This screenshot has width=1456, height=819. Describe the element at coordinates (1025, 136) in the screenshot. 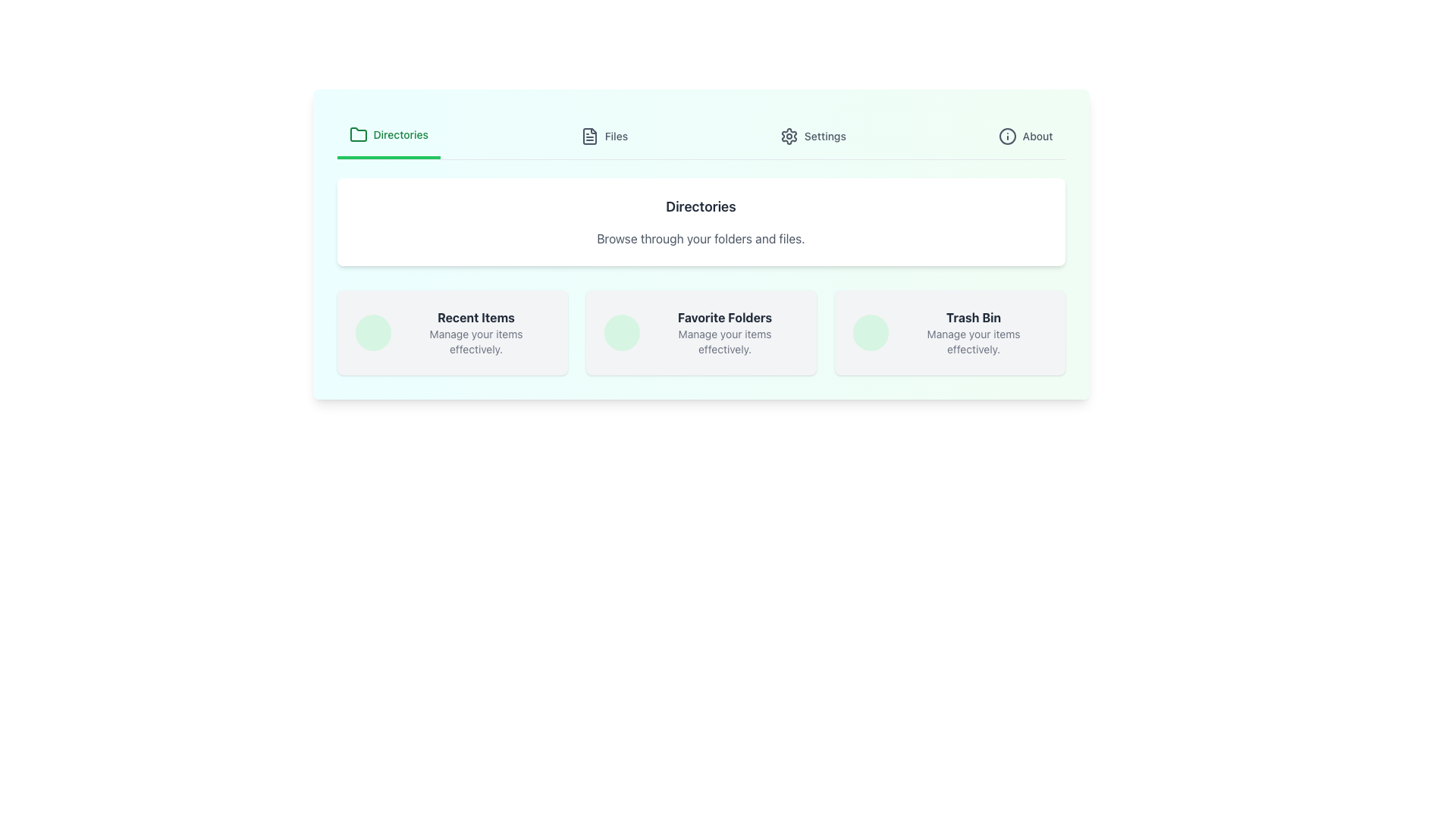

I see `the 'About' button located in the top-right corner of the menu bar` at that location.